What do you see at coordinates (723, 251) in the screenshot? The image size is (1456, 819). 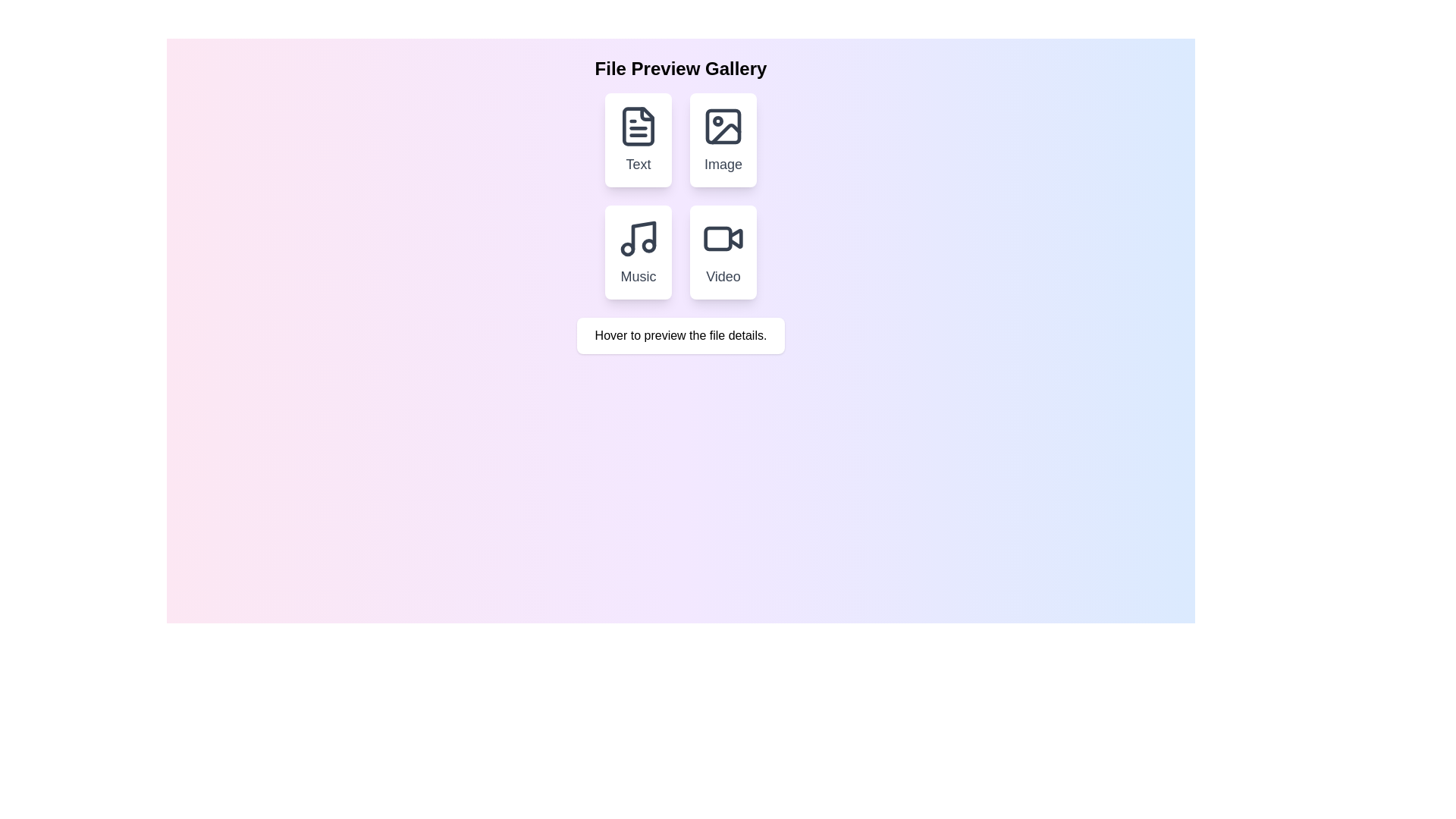 I see `the fourth selectable card representing the 'Video' category located in the bottom right of the grid layout` at bounding box center [723, 251].